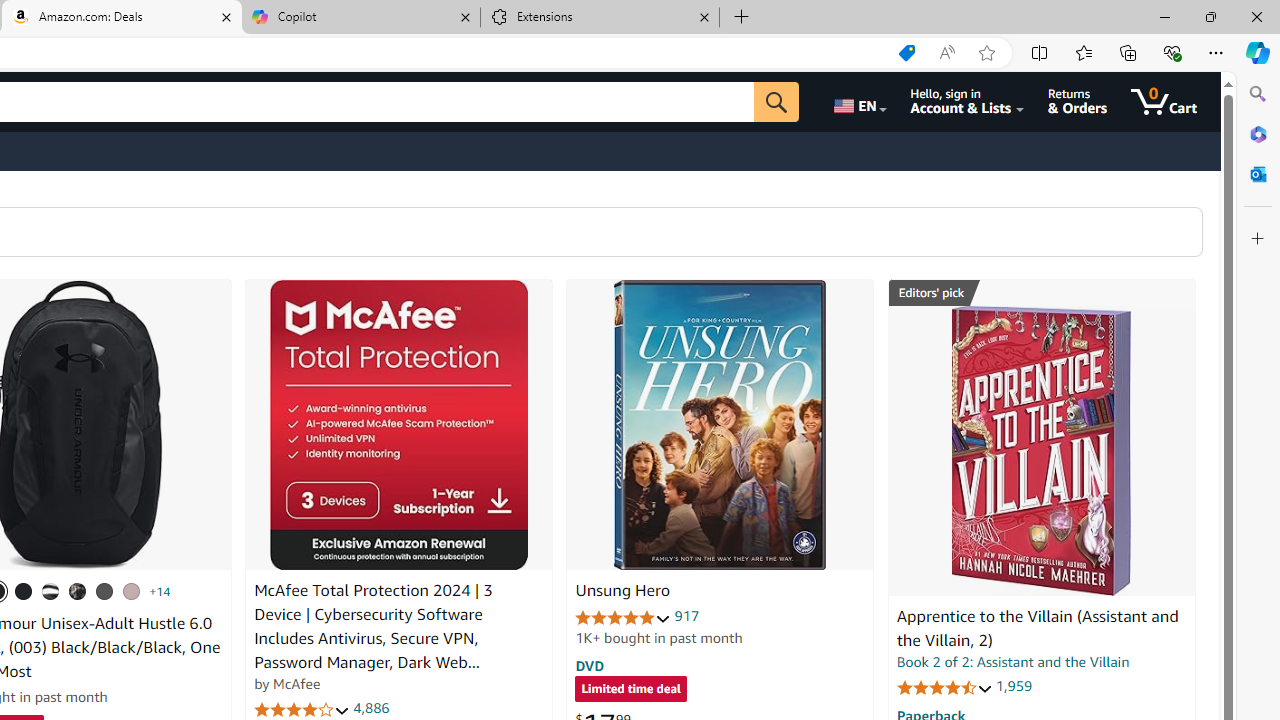 The height and width of the screenshot is (720, 1280). What do you see at coordinates (160, 590) in the screenshot?
I see `'+14'` at bounding box center [160, 590].